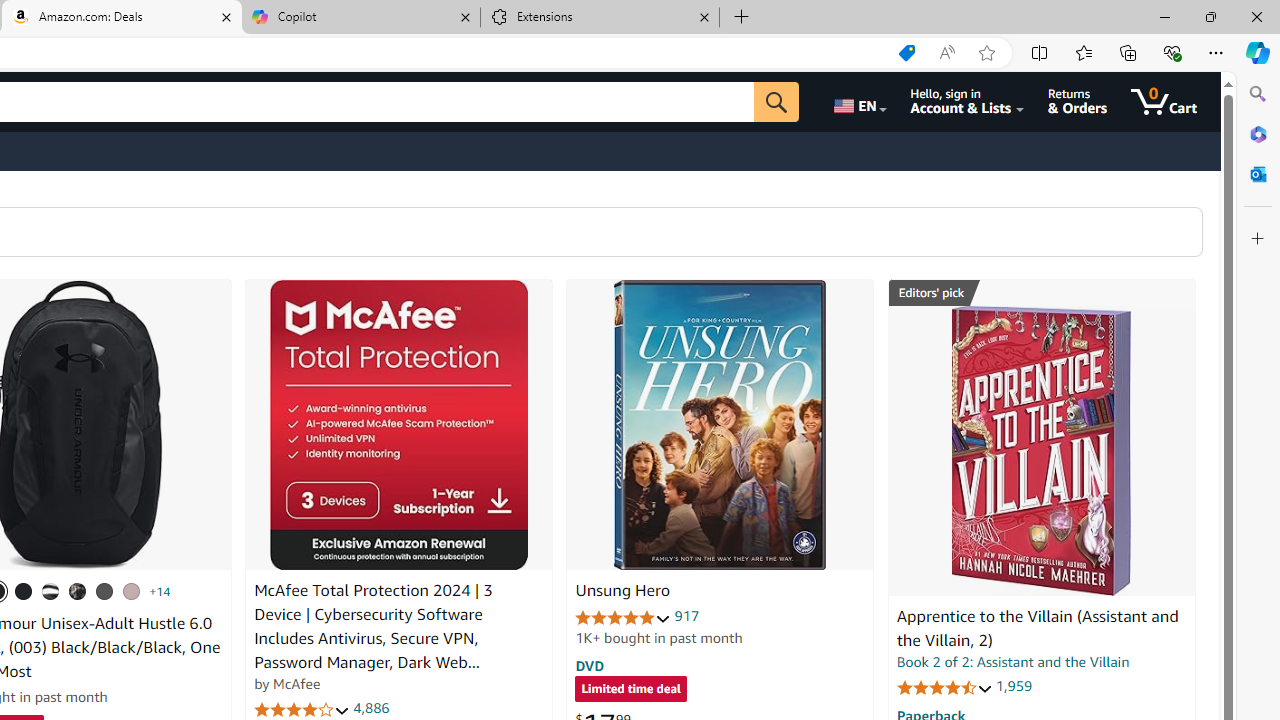 The height and width of the screenshot is (720, 1280). What do you see at coordinates (160, 590) in the screenshot?
I see `'+14'` at bounding box center [160, 590].